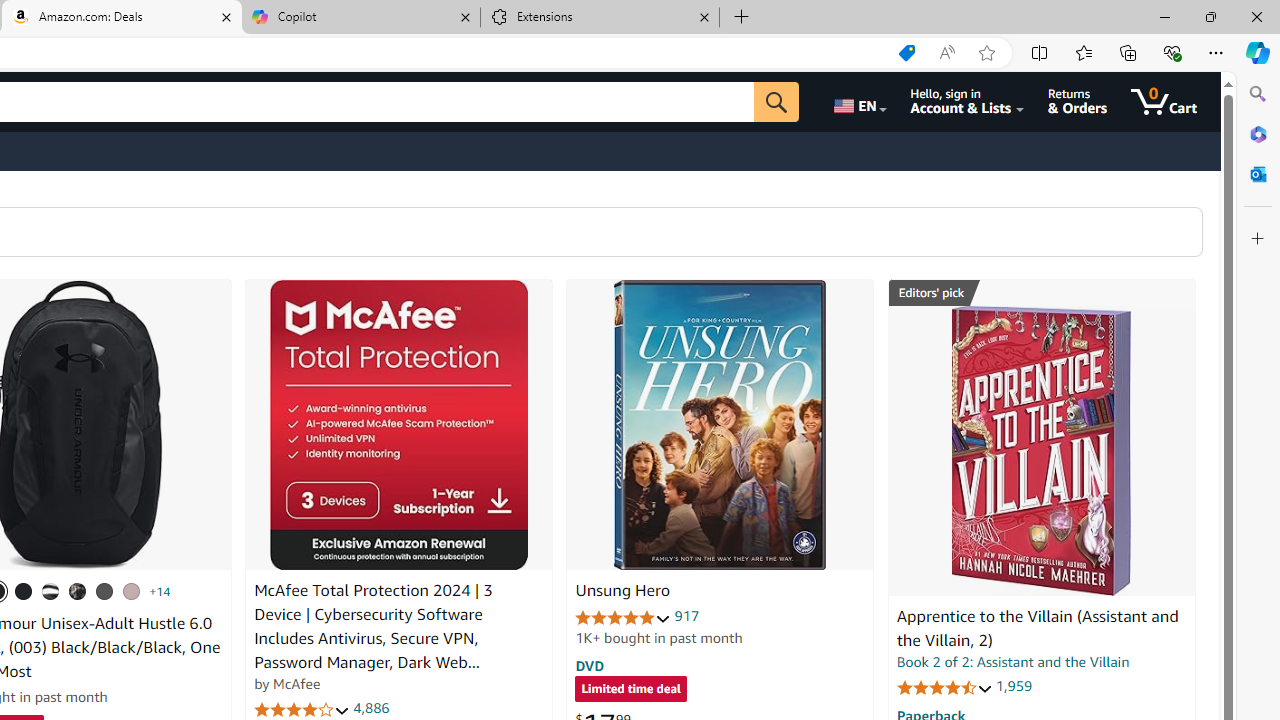 The height and width of the screenshot is (720, 1280). What do you see at coordinates (160, 590) in the screenshot?
I see `'+14'` at bounding box center [160, 590].